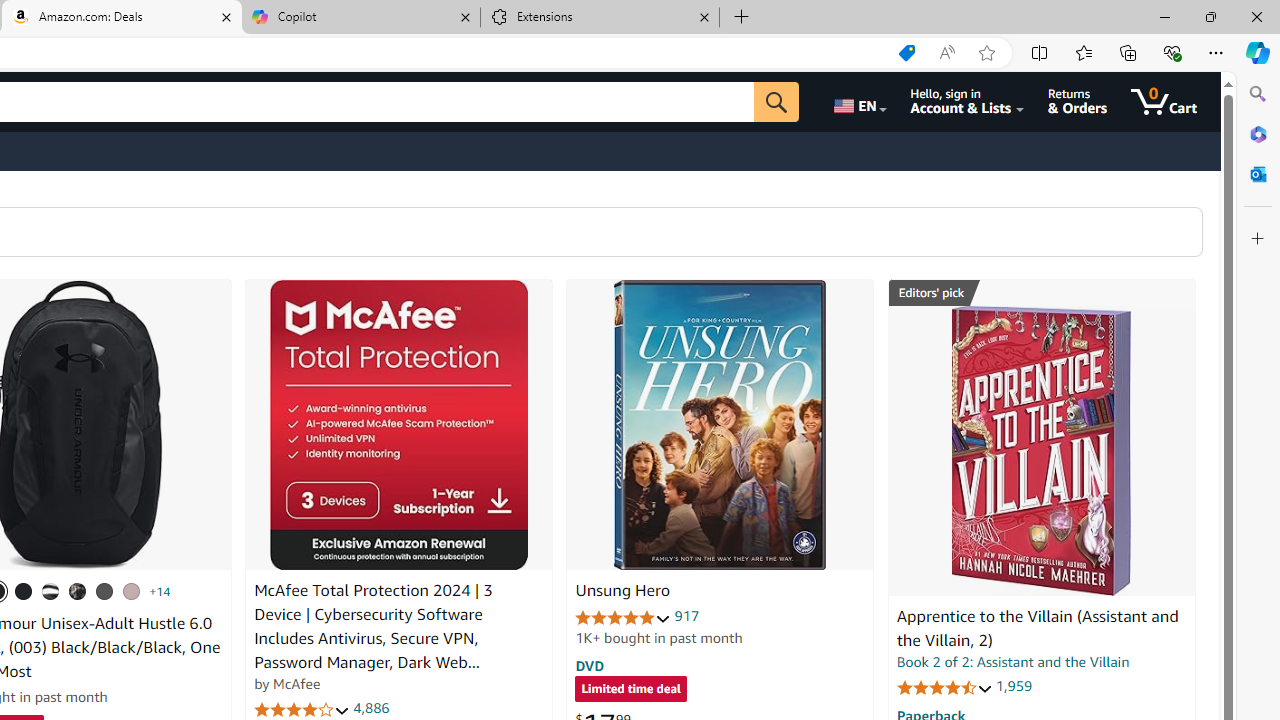 The height and width of the screenshot is (720, 1280). What do you see at coordinates (160, 590) in the screenshot?
I see `'+14'` at bounding box center [160, 590].